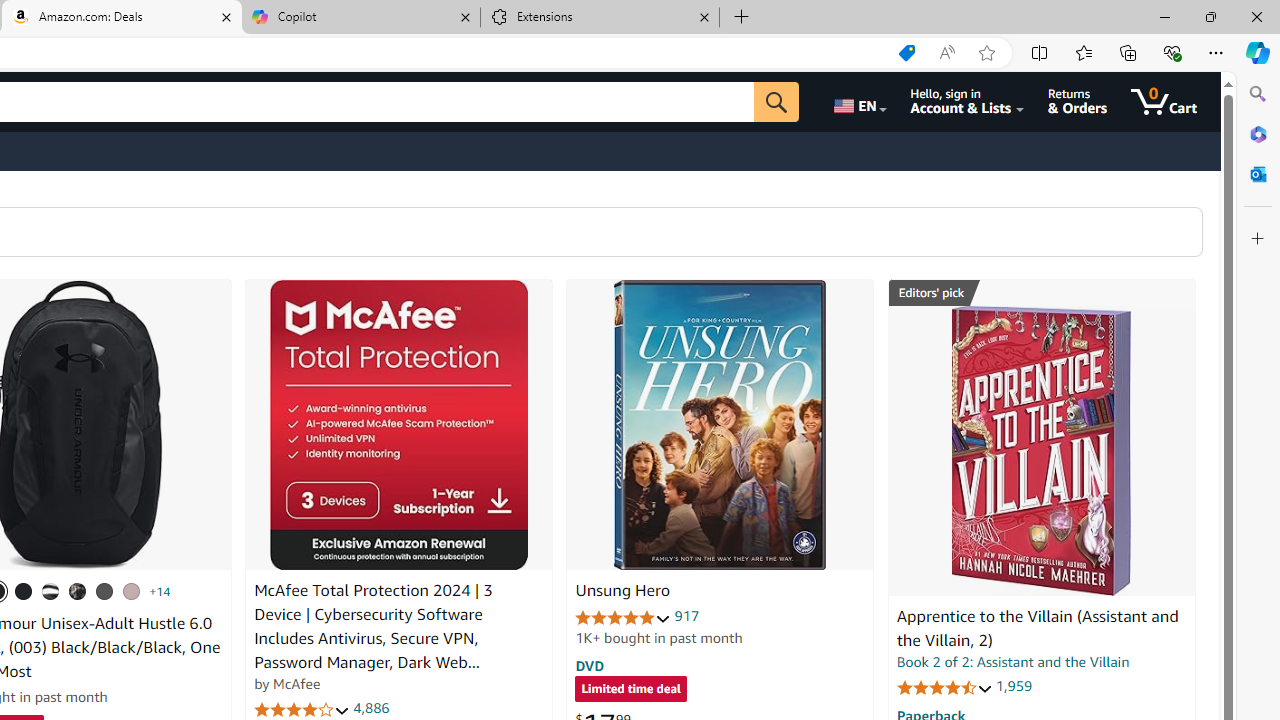 The height and width of the screenshot is (720, 1280). What do you see at coordinates (160, 590) in the screenshot?
I see `'+14'` at bounding box center [160, 590].